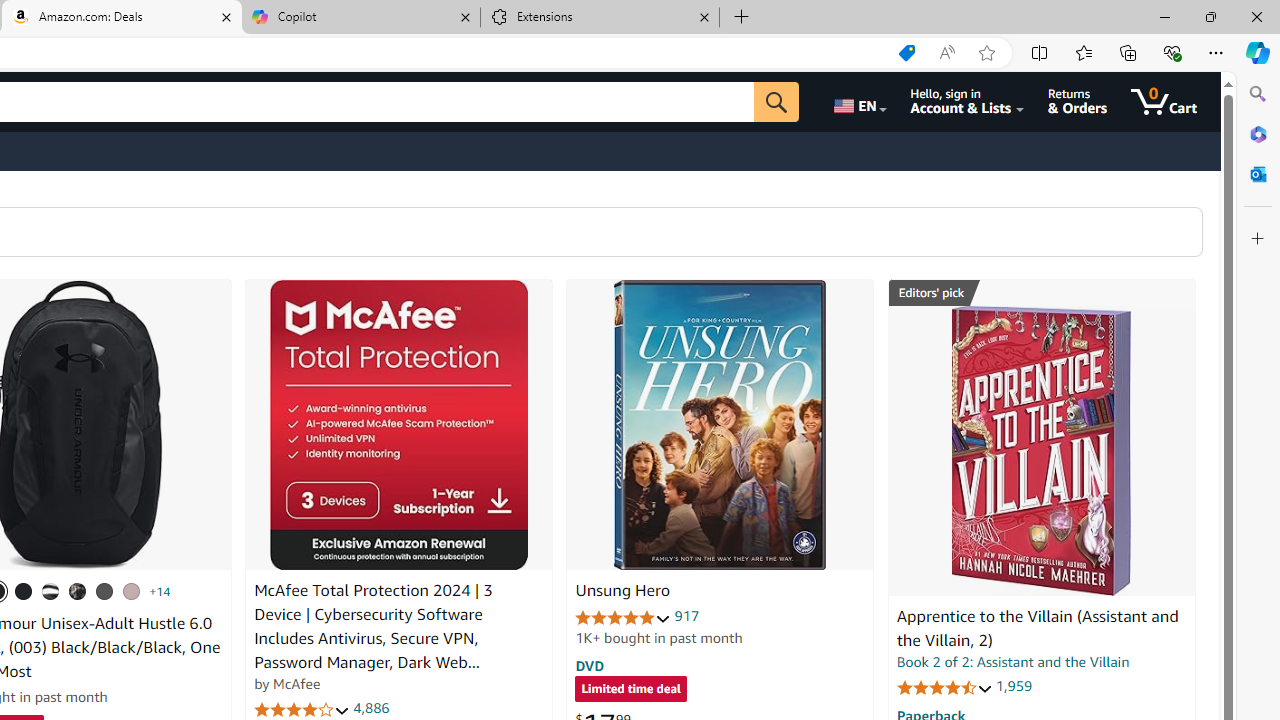 The height and width of the screenshot is (720, 1280). What do you see at coordinates (160, 590) in the screenshot?
I see `'+14'` at bounding box center [160, 590].